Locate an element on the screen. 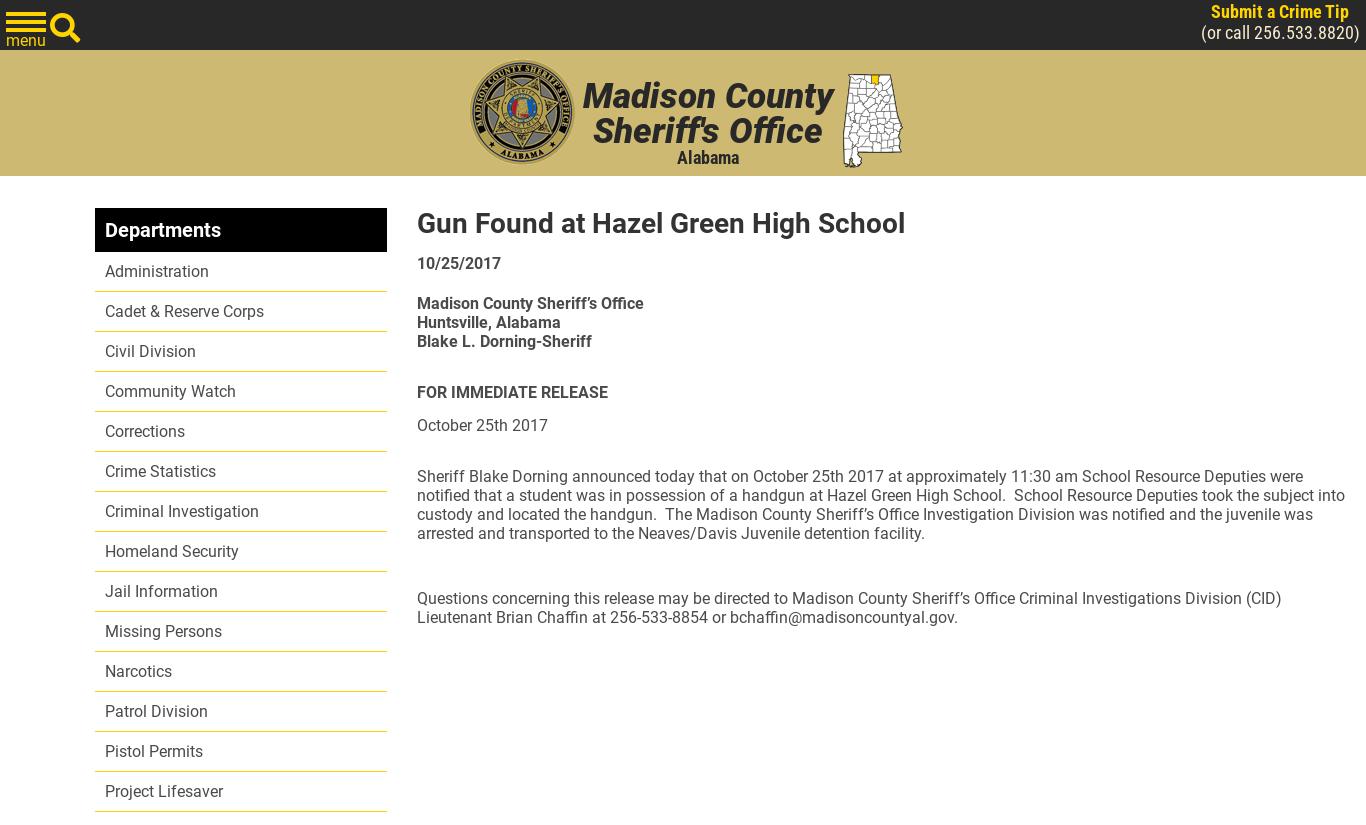 This screenshot has height=825, width=1366. 'Gun Found at Hazel Green High School' is located at coordinates (659, 223).